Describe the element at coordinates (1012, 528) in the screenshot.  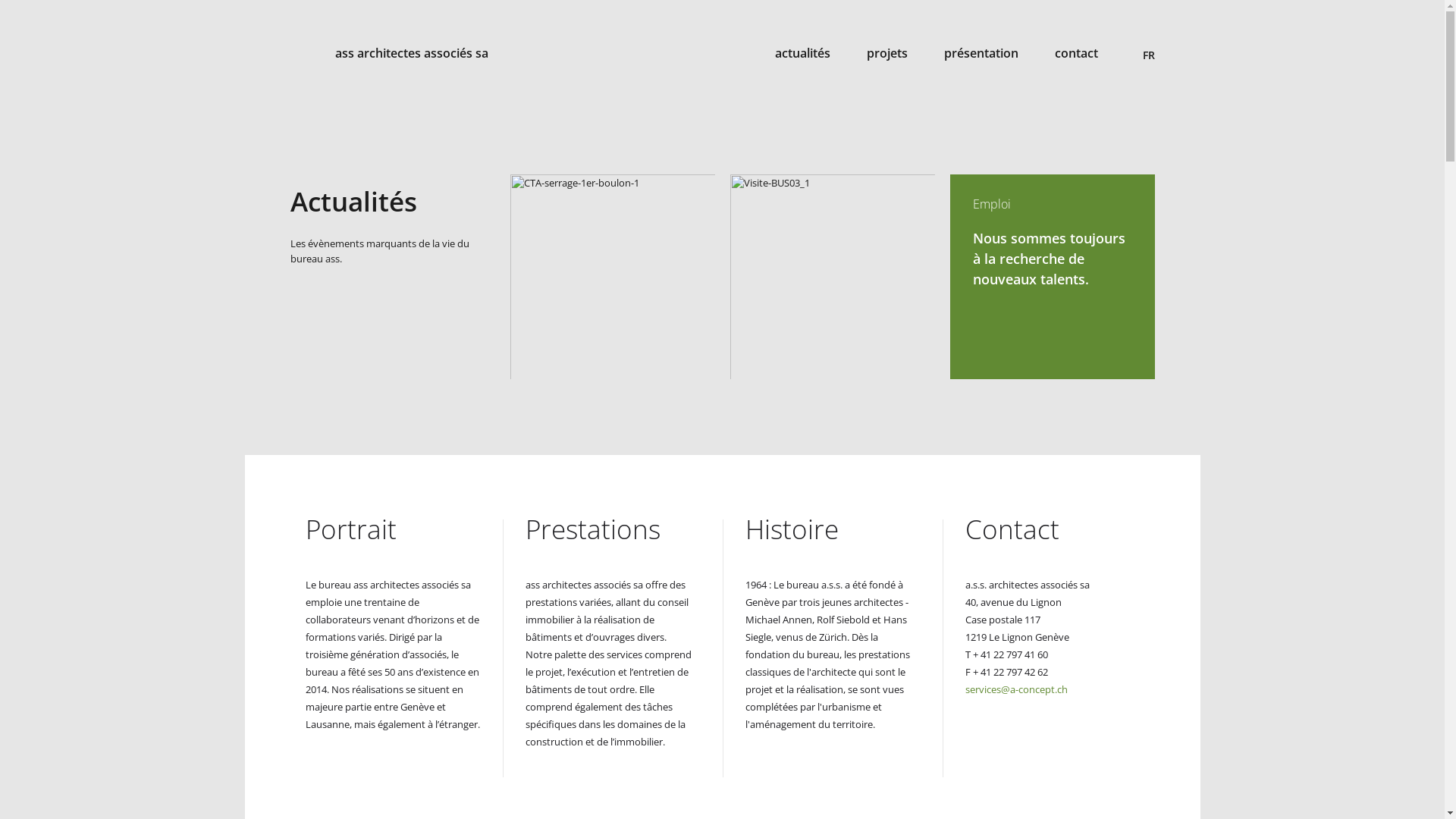
I see `'Contact'` at that location.